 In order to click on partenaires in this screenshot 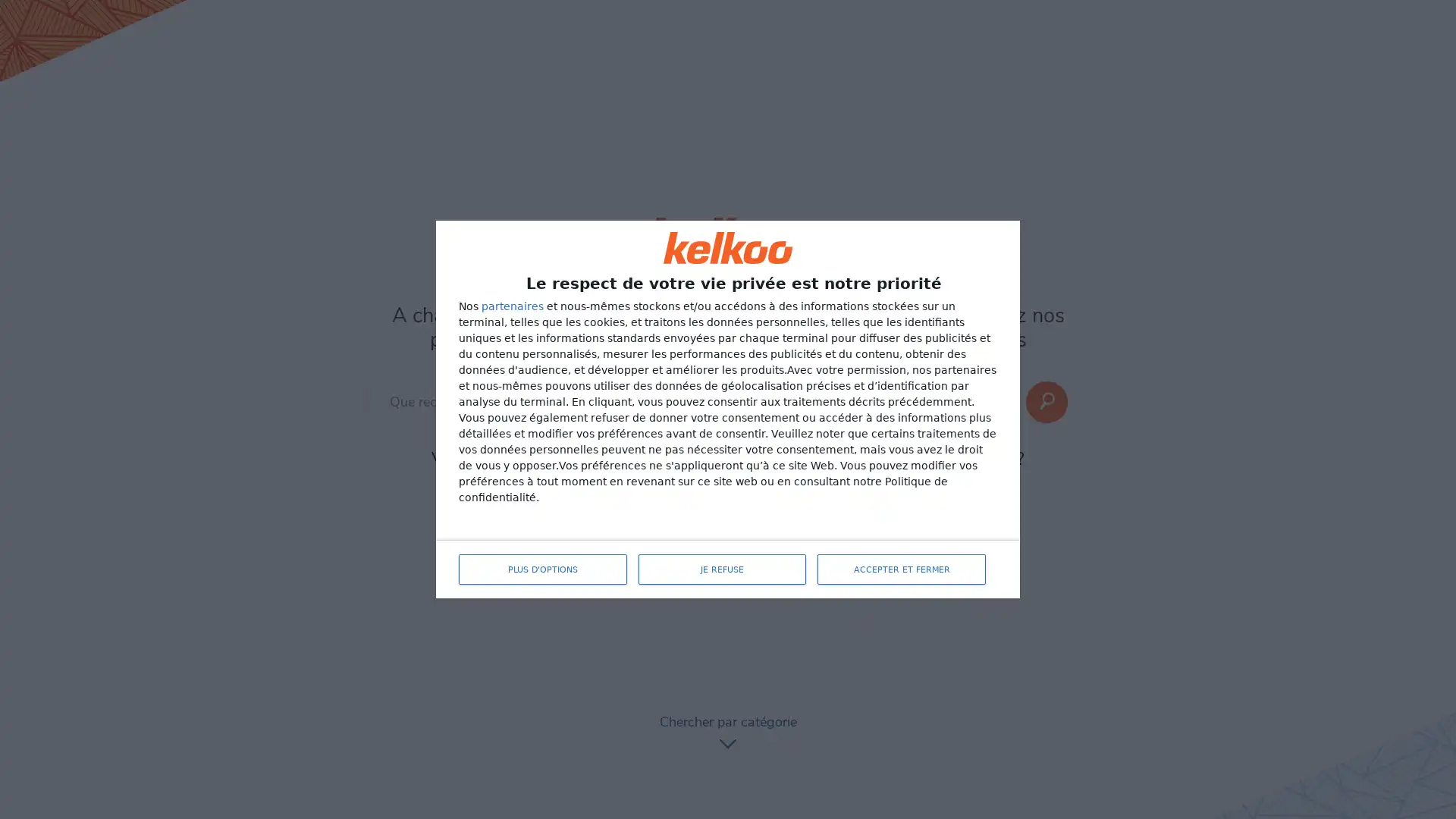, I will do `click(513, 306)`.